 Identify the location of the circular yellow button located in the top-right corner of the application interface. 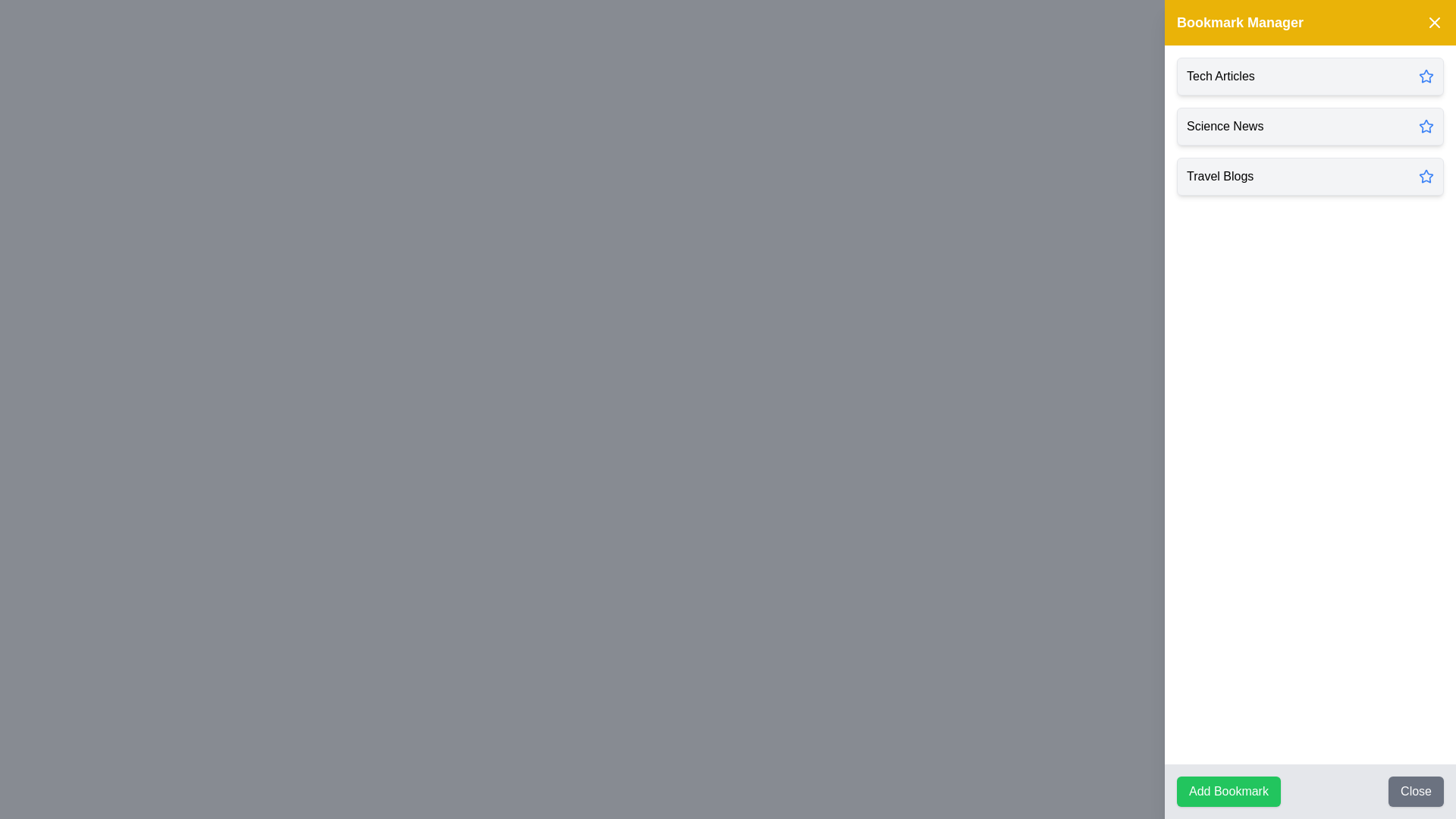
(1423, 32).